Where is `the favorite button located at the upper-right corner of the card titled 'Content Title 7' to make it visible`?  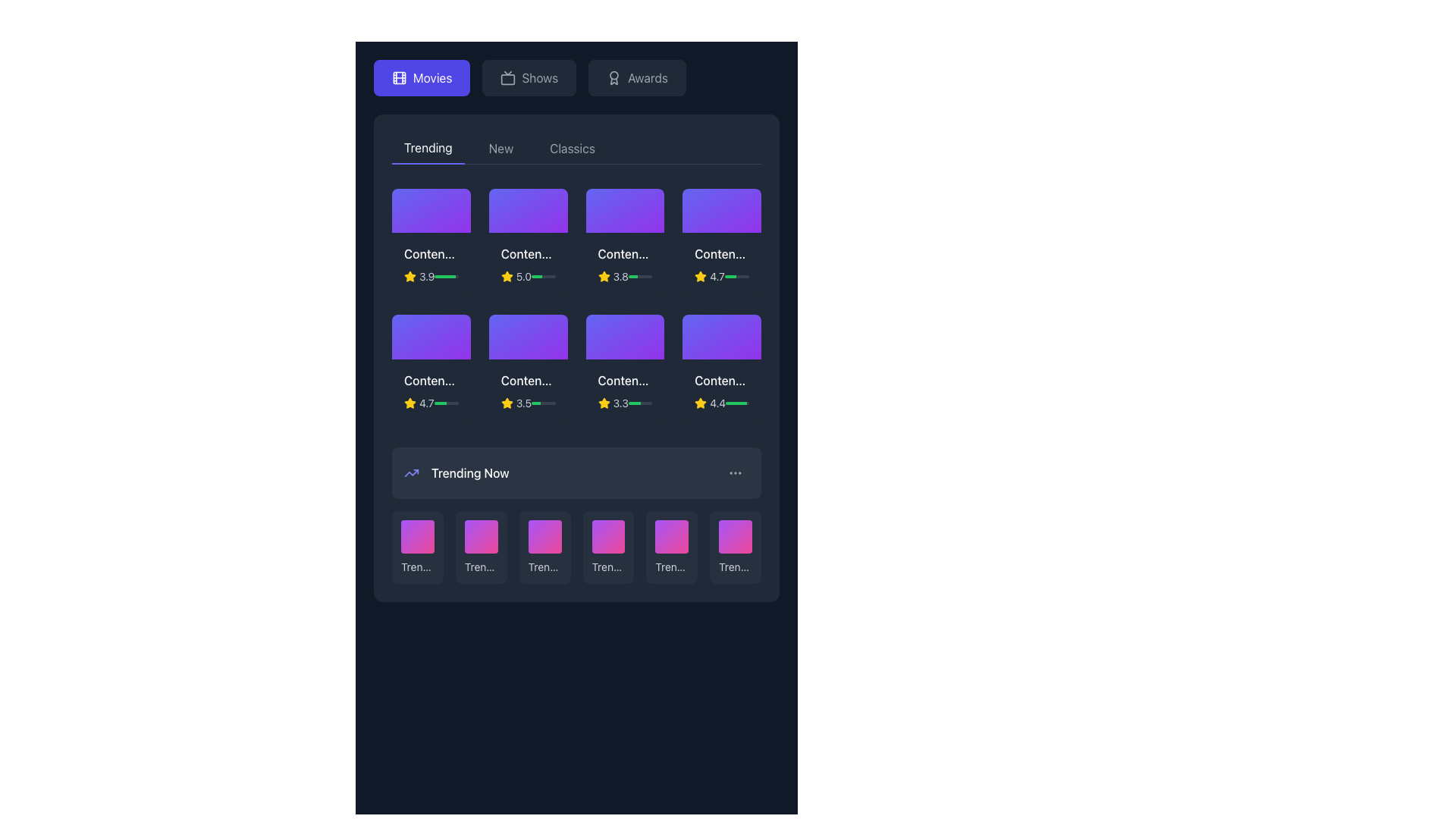
the favorite button located at the upper-right corner of the card titled 'Content Title 7' to make it visible is located at coordinates (649, 329).